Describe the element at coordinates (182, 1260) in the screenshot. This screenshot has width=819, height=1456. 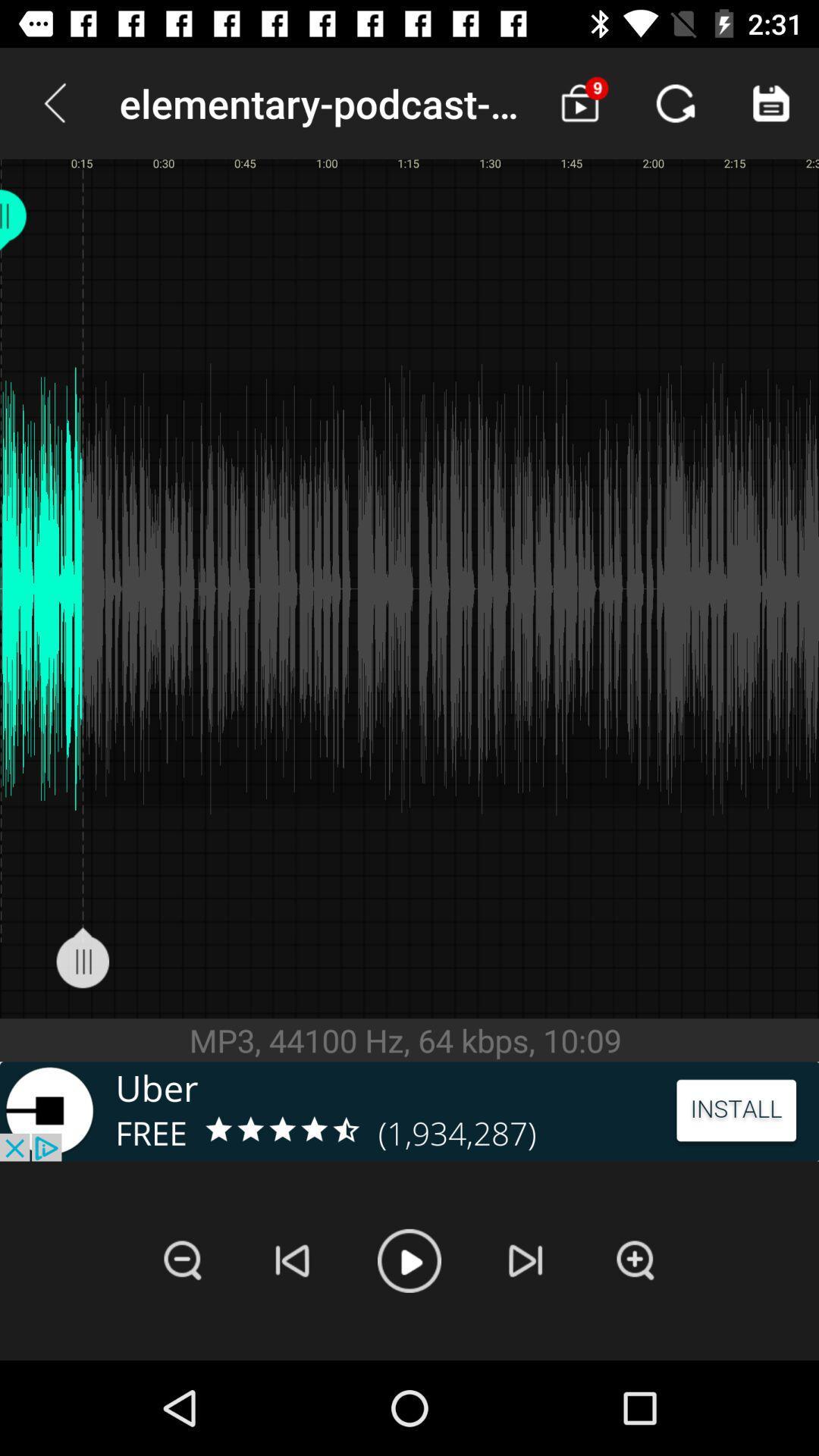
I see `zoom out` at that location.